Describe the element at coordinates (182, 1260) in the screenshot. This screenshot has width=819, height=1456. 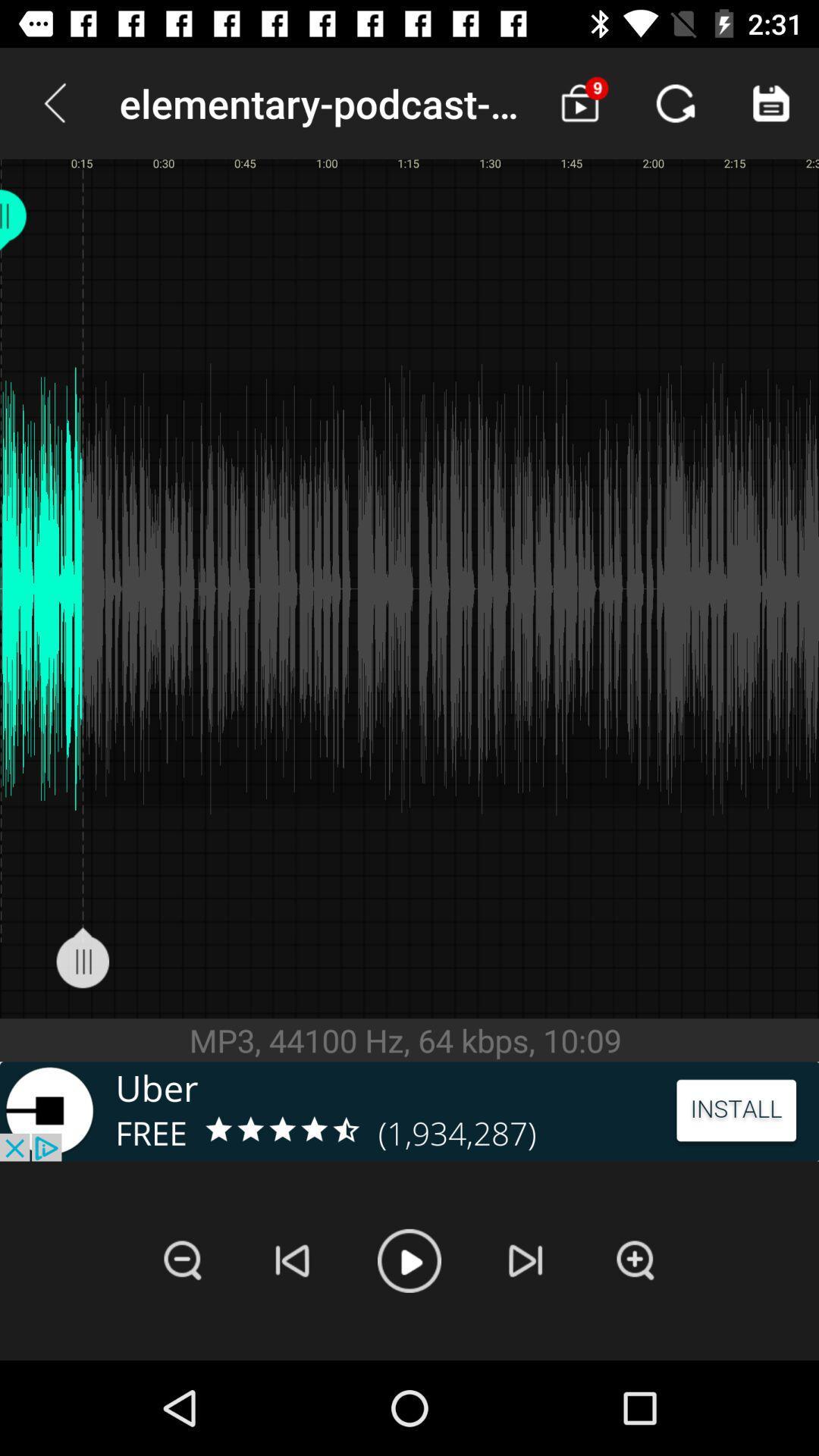
I see `zoom out` at that location.